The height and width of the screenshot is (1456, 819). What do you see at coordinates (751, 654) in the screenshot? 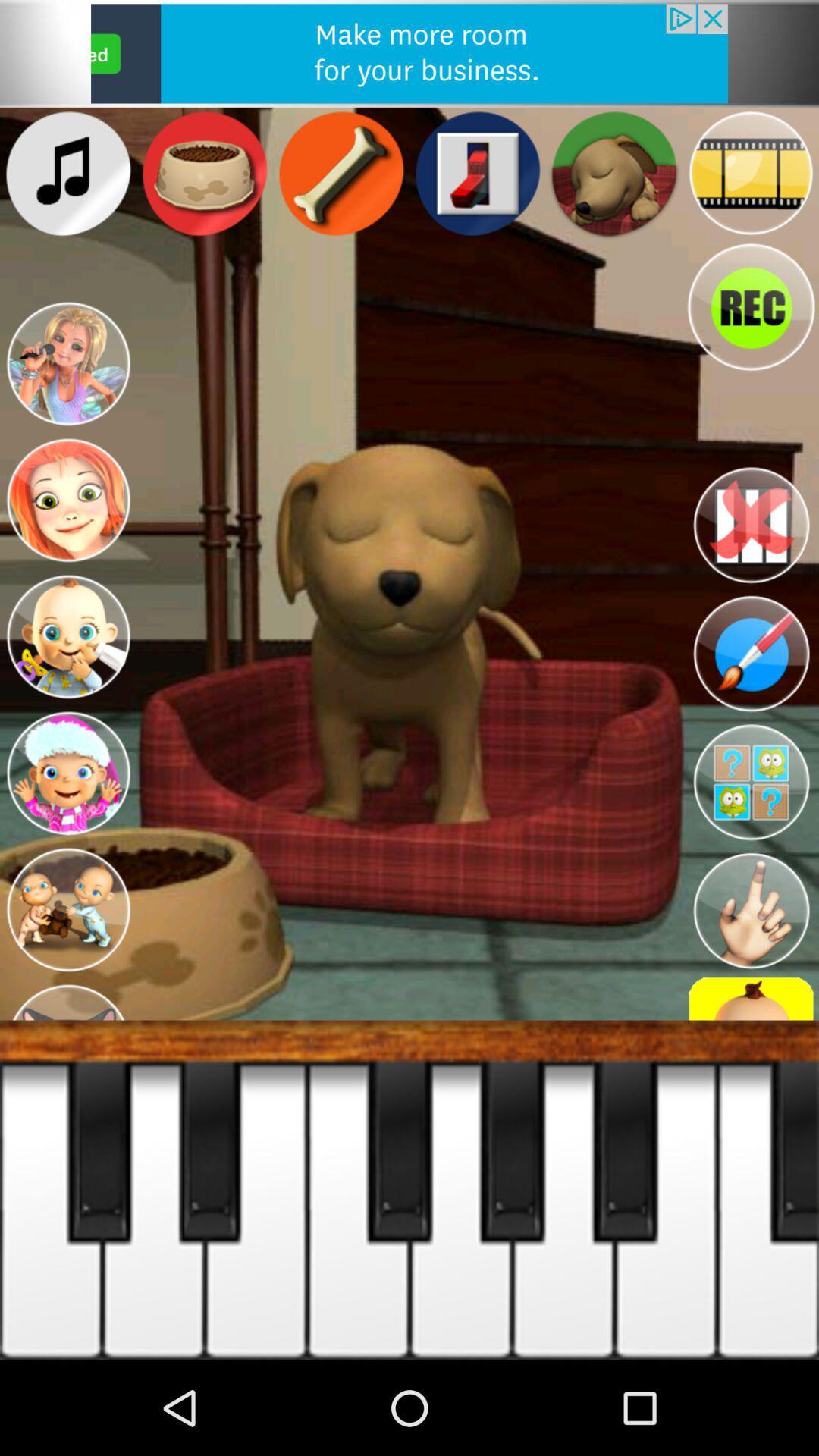
I see `the paint icon` at bounding box center [751, 654].